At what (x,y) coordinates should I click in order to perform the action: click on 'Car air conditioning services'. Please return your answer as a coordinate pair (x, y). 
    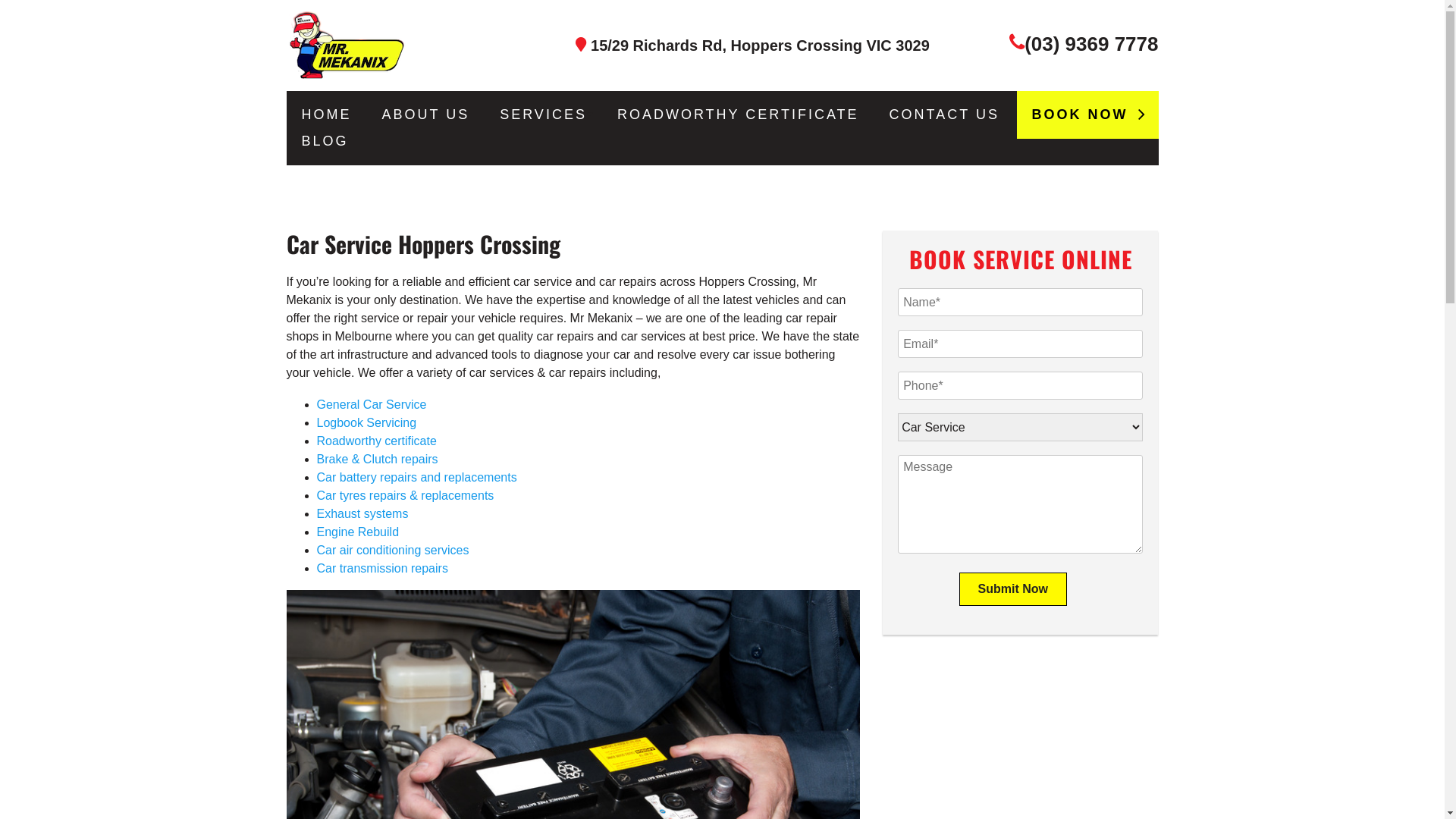
    Looking at the image, I should click on (315, 550).